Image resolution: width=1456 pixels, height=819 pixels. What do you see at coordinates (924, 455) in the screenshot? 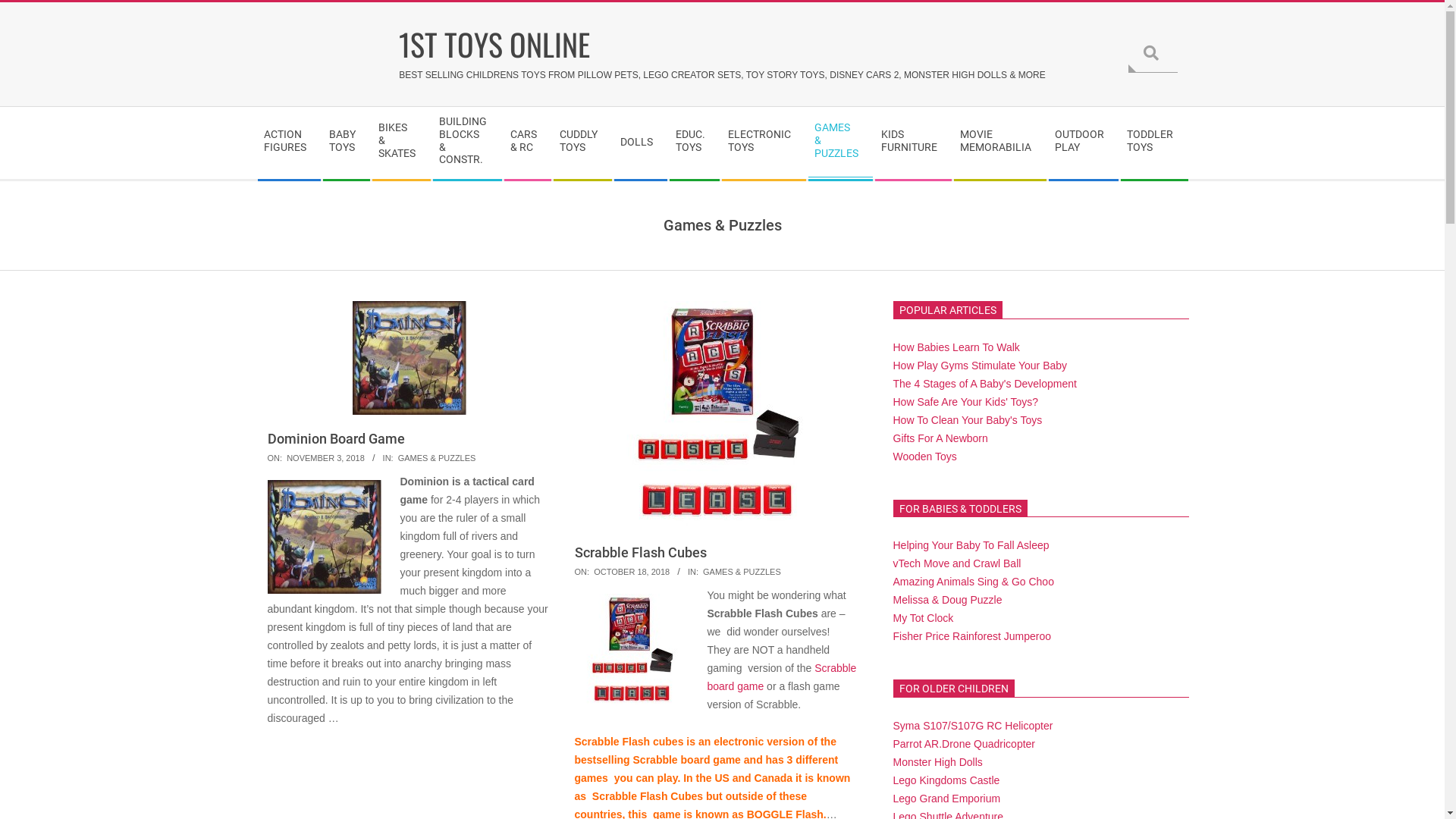
I see `'Wooden Toys'` at bounding box center [924, 455].